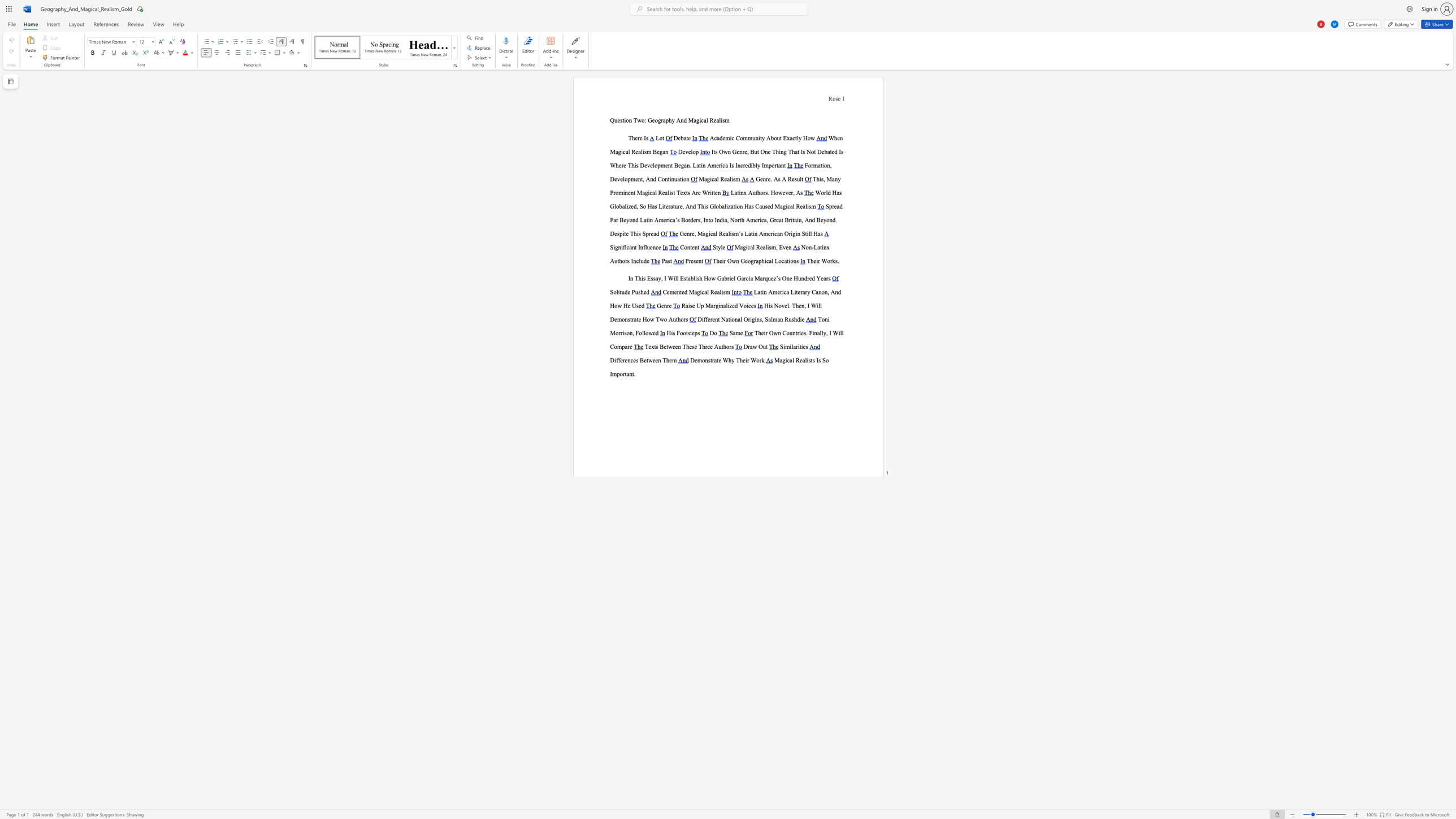 The width and height of the screenshot is (1456, 819). I want to click on the subset text "ces" within the text "Raise Up Marginalized Voices", so click(748, 306).